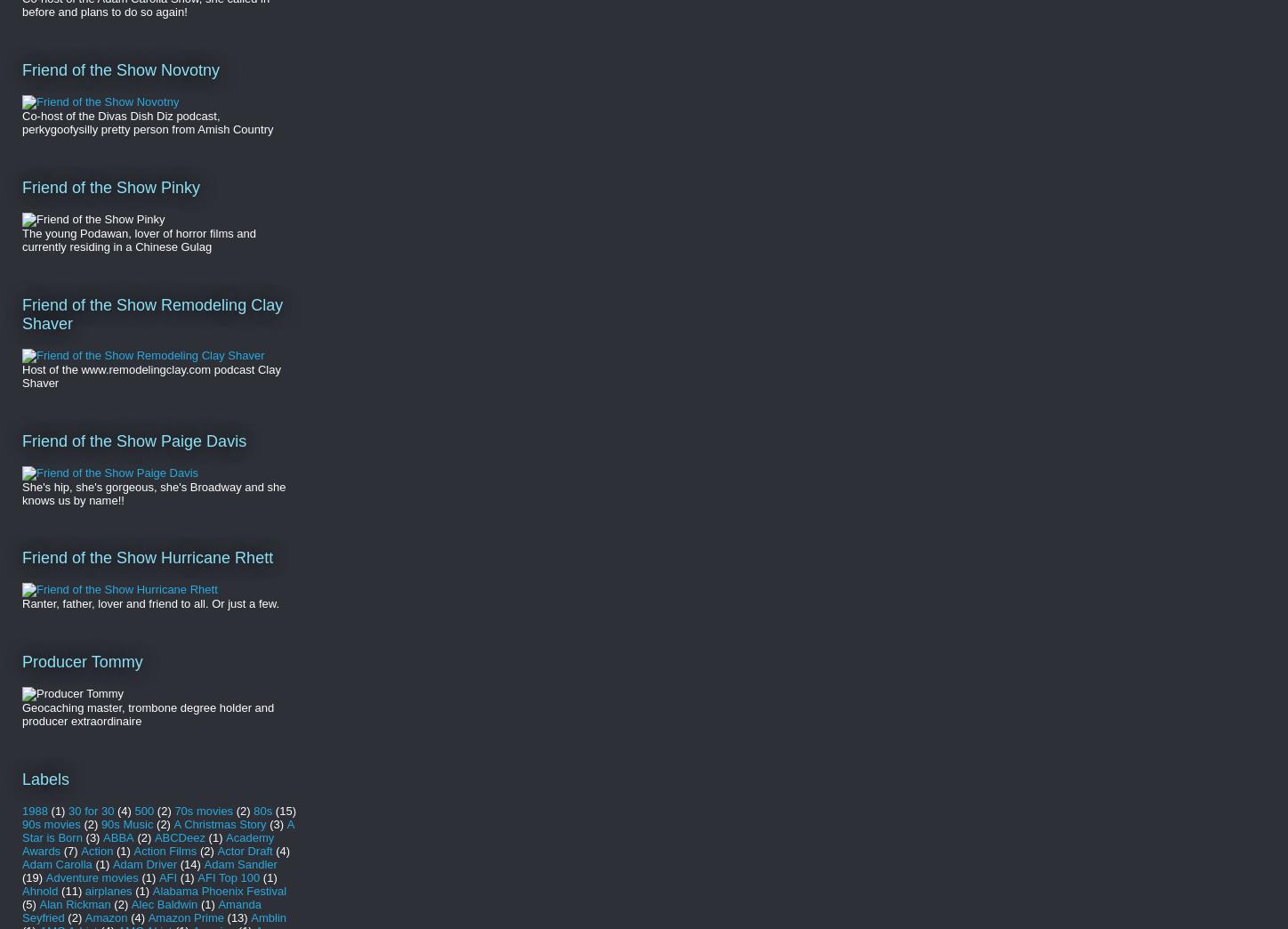 This screenshot has width=1288, height=929. I want to click on 'Amblin', so click(268, 917).